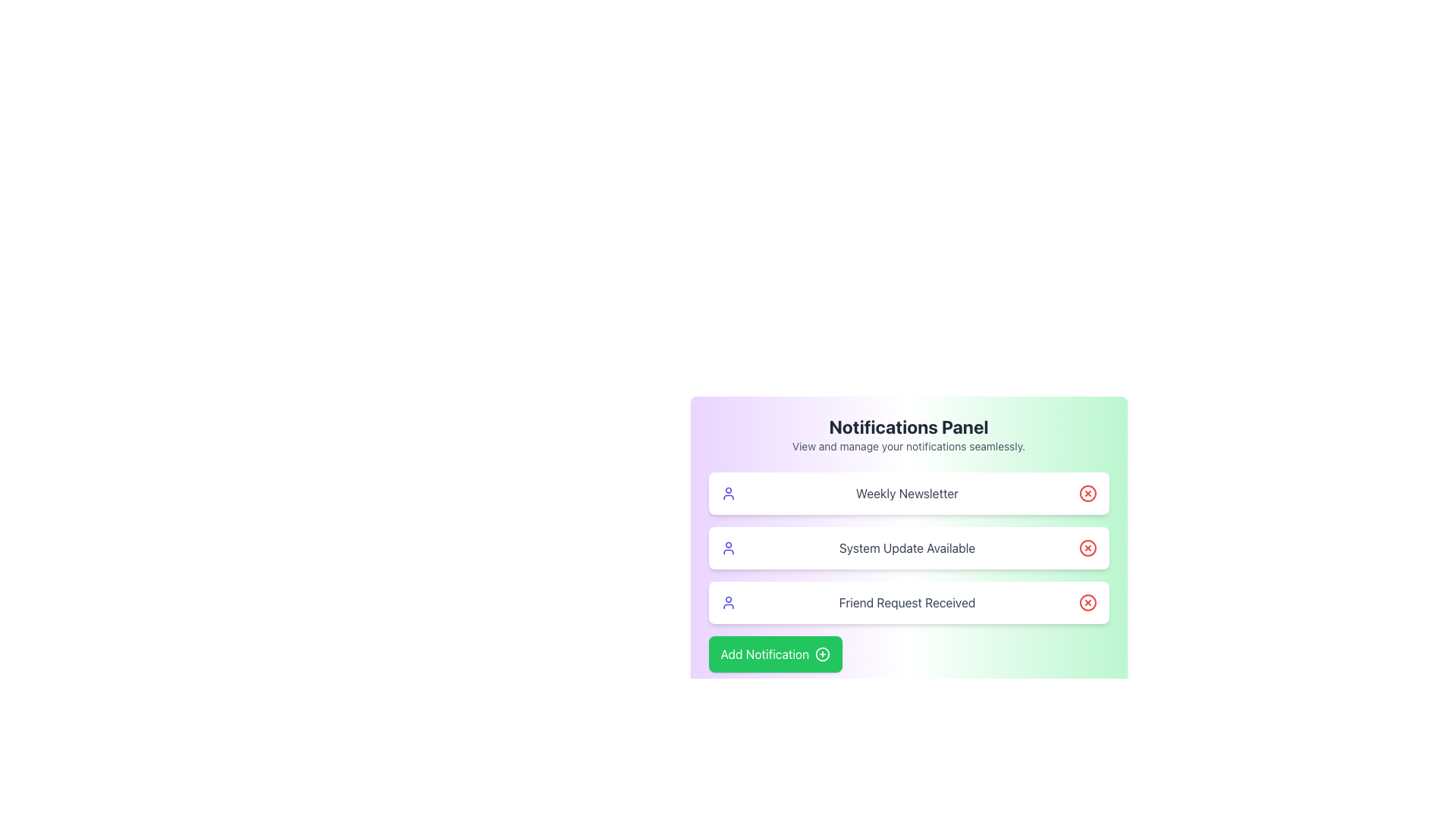 The height and width of the screenshot is (819, 1456). Describe the element at coordinates (907, 548) in the screenshot. I see `the Static Text element displaying 'System Update Available', which is located within a notification card between 'Weekly Newsletter' and 'Friend Request Received'` at that location.